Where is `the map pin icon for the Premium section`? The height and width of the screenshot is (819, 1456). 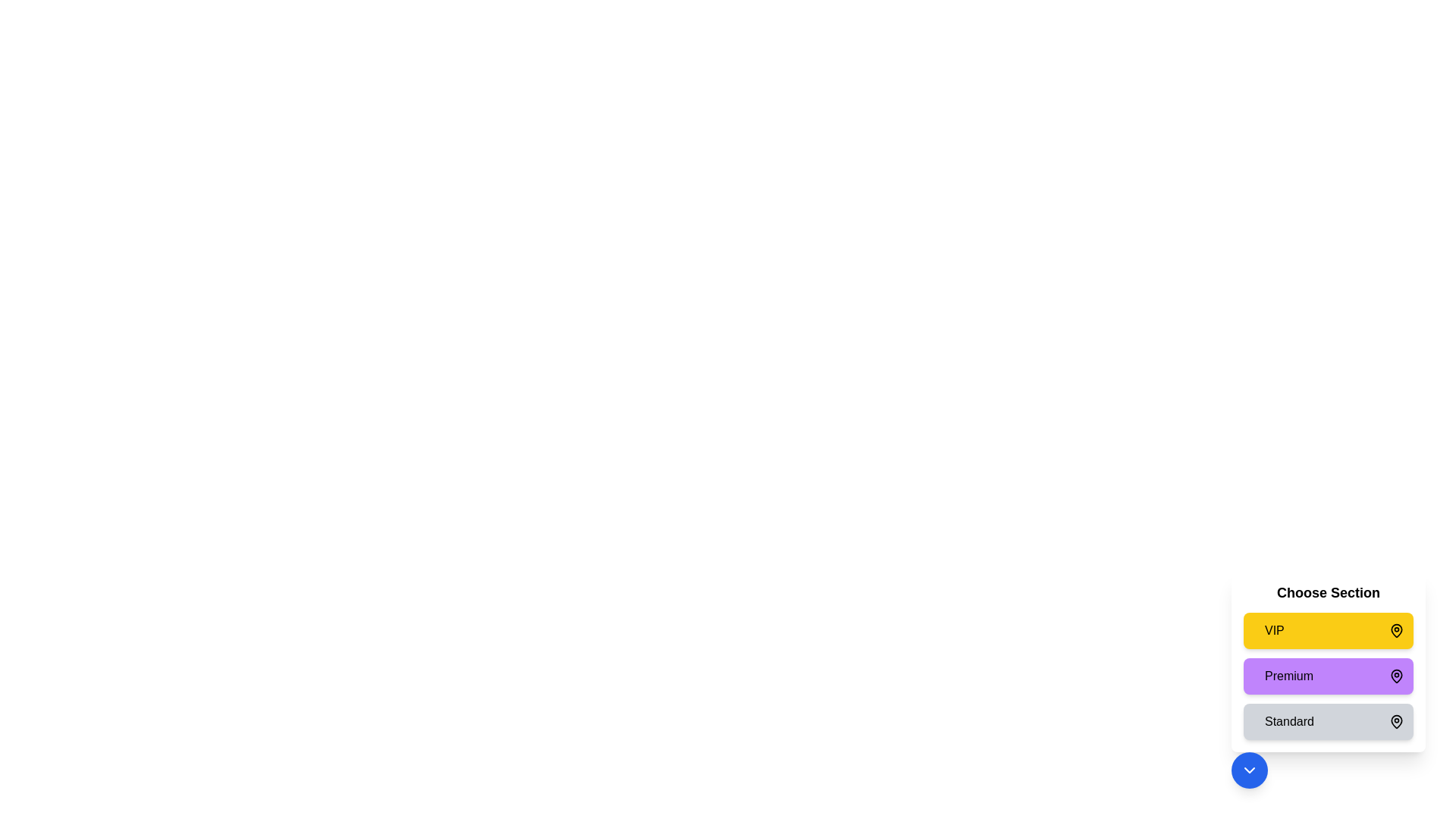 the map pin icon for the Premium section is located at coordinates (1396, 675).